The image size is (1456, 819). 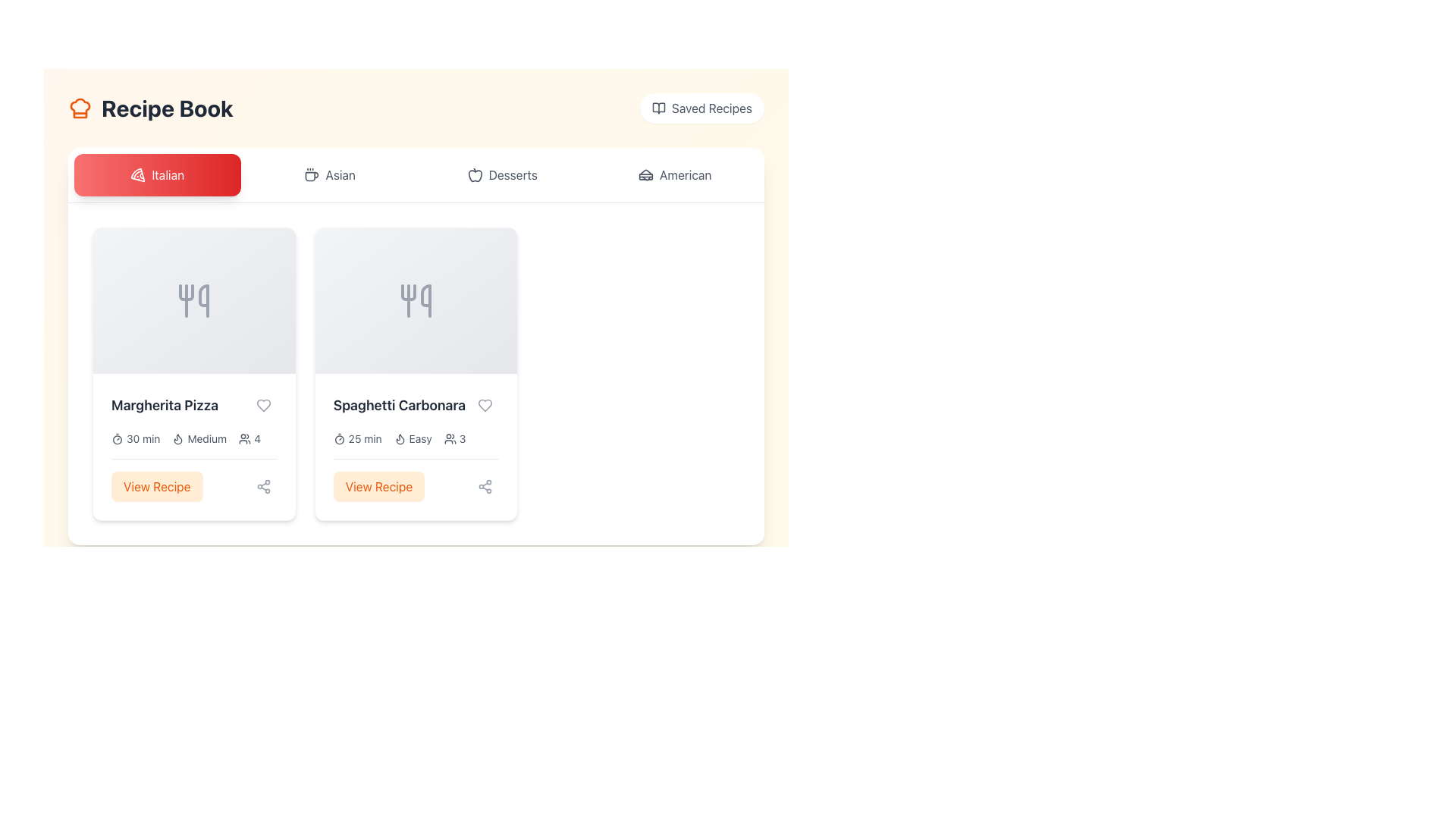 I want to click on the leftmost button in the horizontal menu bar, which has a gradient red background and contains the text 'Italian' with a pizza slice icon, so click(x=157, y=174).